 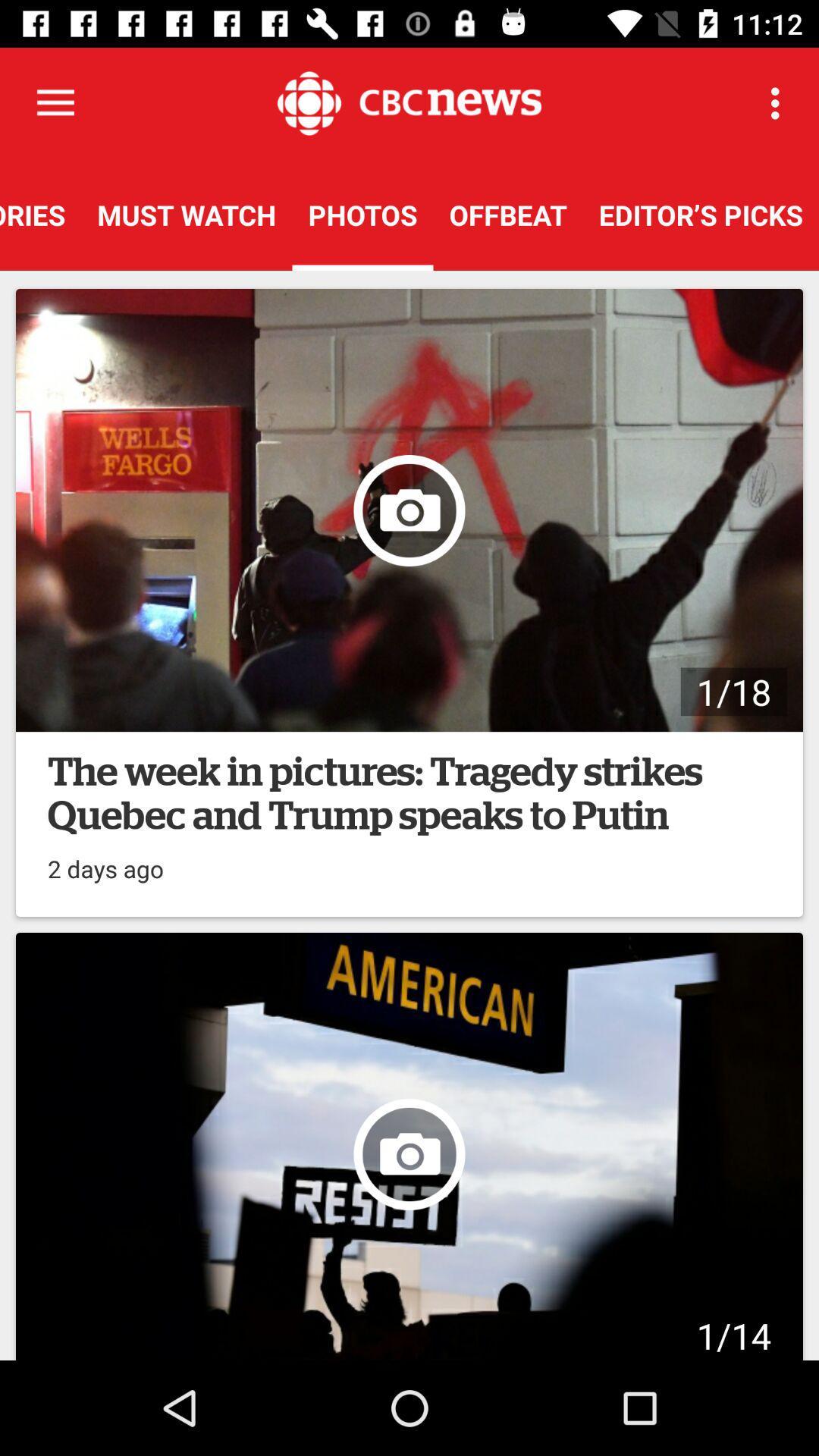 I want to click on icon to the left of must watch item, so click(x=39, y=214).